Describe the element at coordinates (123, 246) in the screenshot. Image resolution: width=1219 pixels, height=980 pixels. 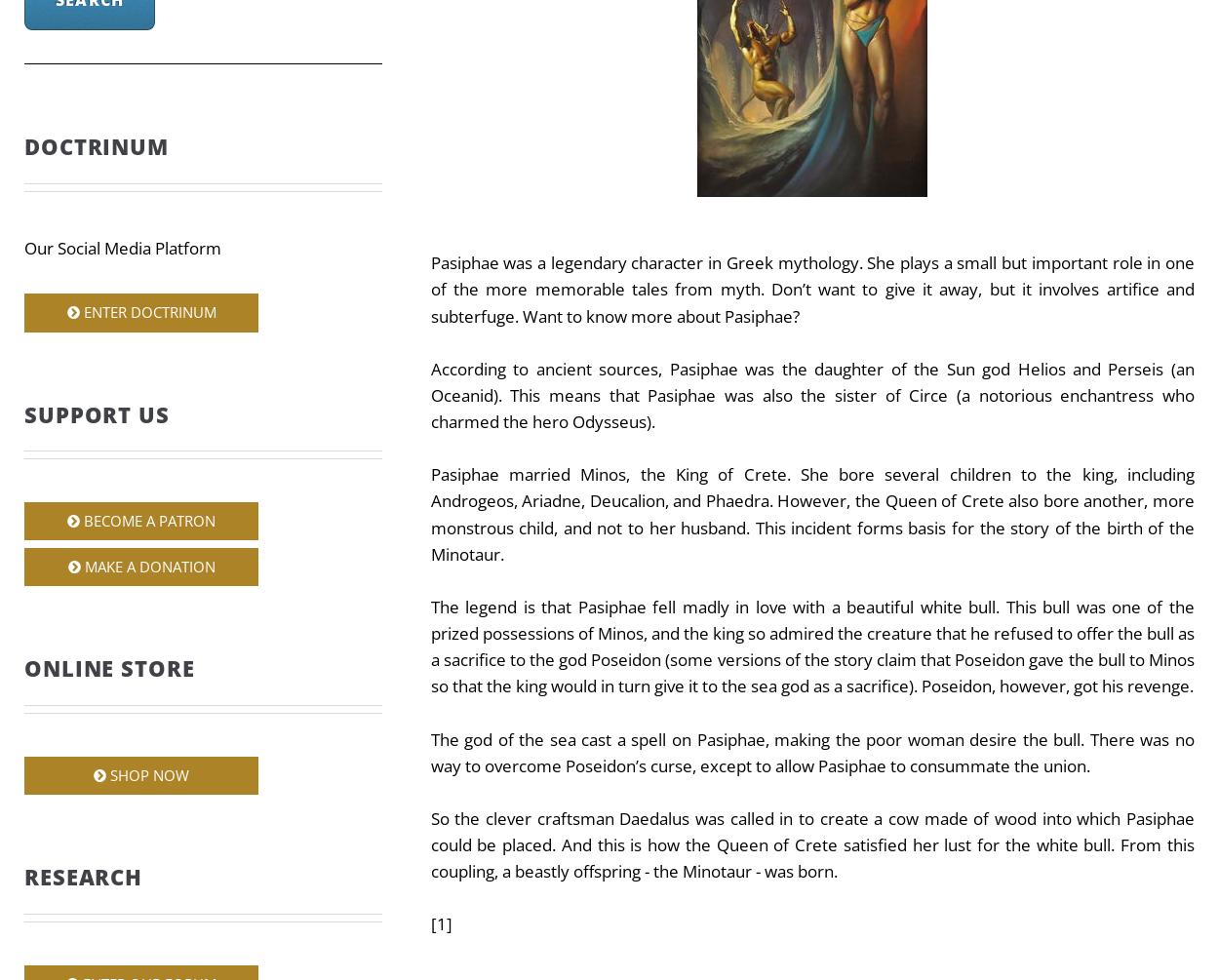
I see `'Our Social Media Platform'` at that location.